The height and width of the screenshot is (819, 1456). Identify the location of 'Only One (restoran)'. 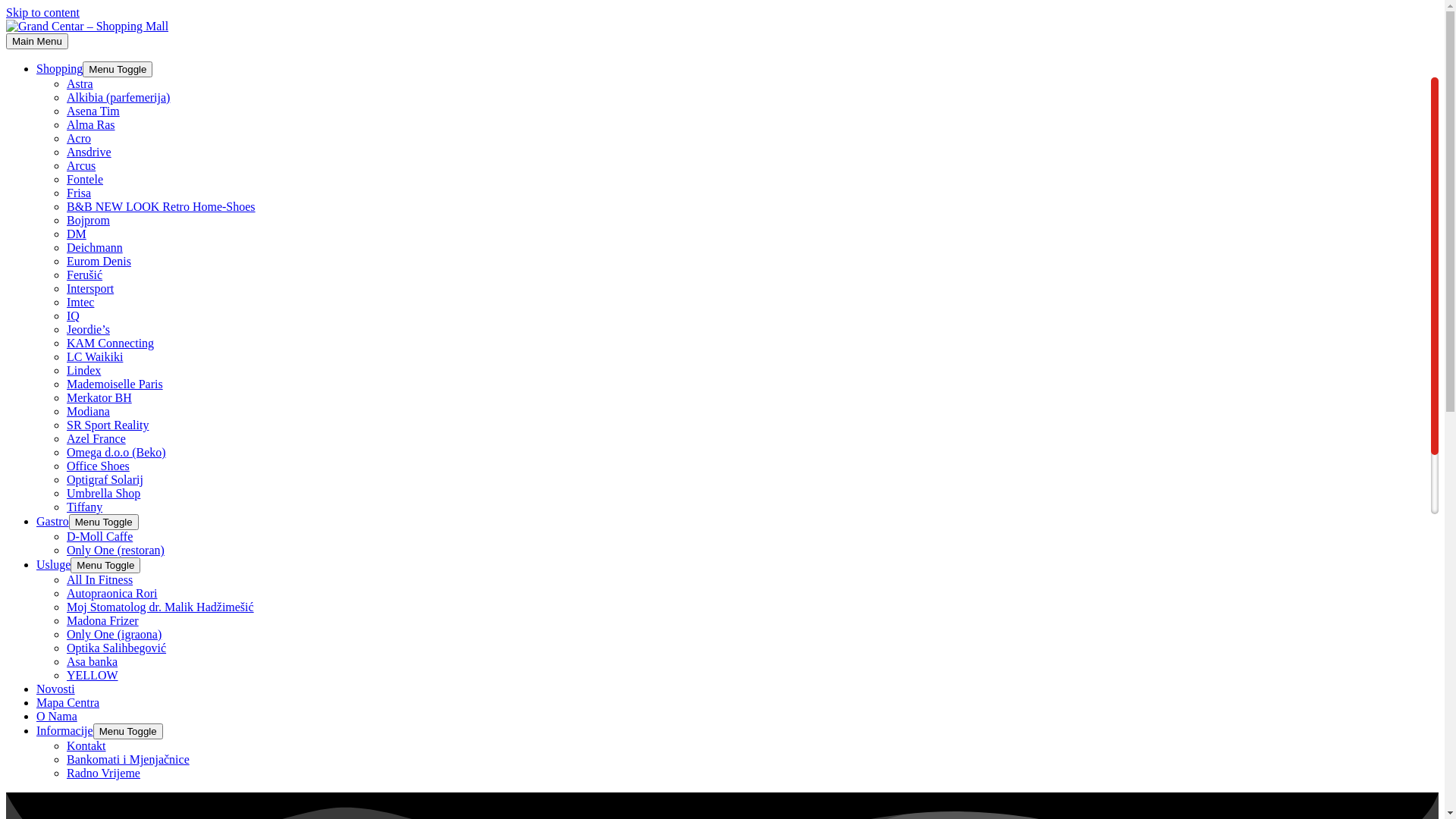
(115, 550).